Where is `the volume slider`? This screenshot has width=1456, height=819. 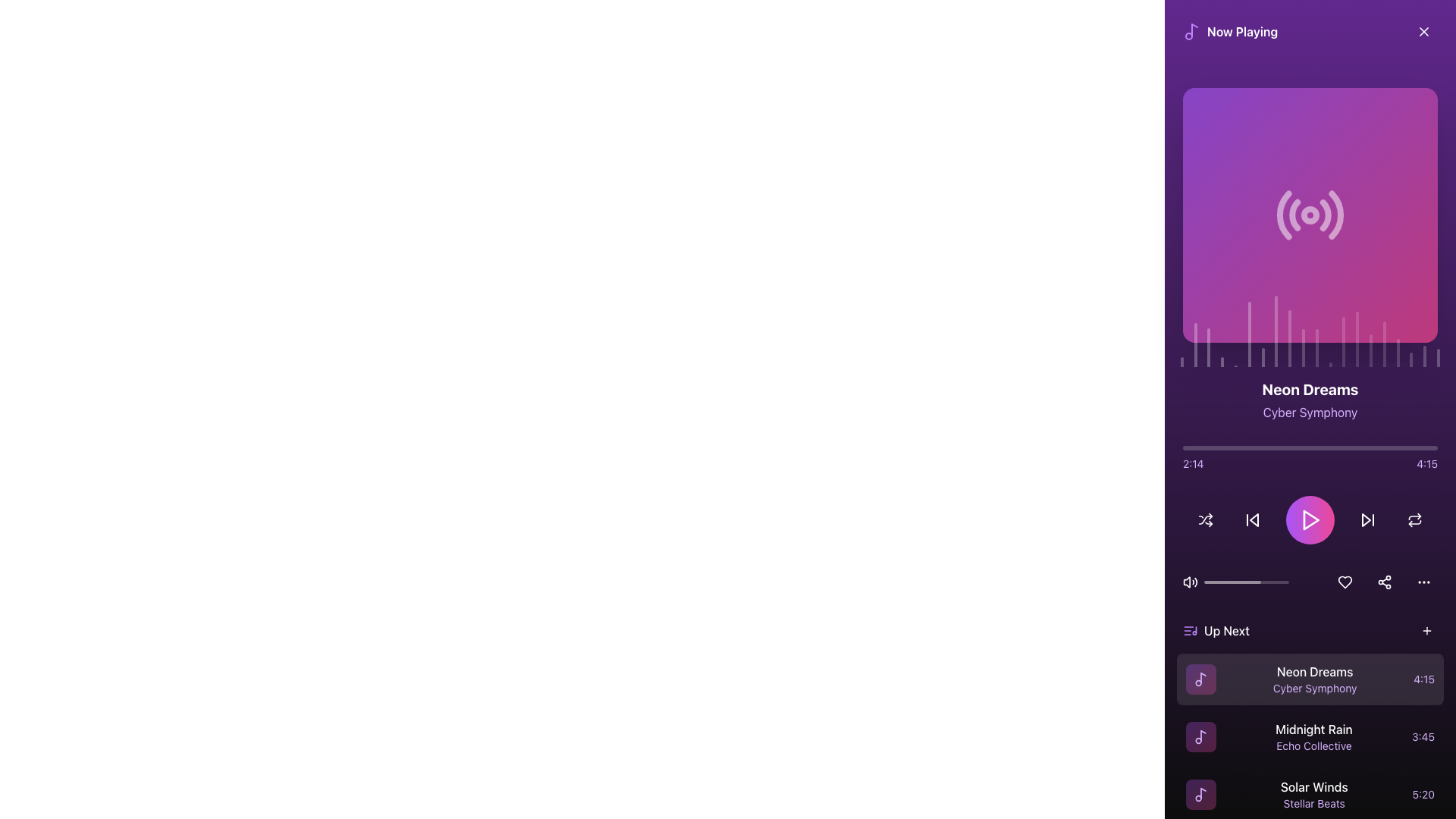
the volume slider is located at coordinates (1241, 581).